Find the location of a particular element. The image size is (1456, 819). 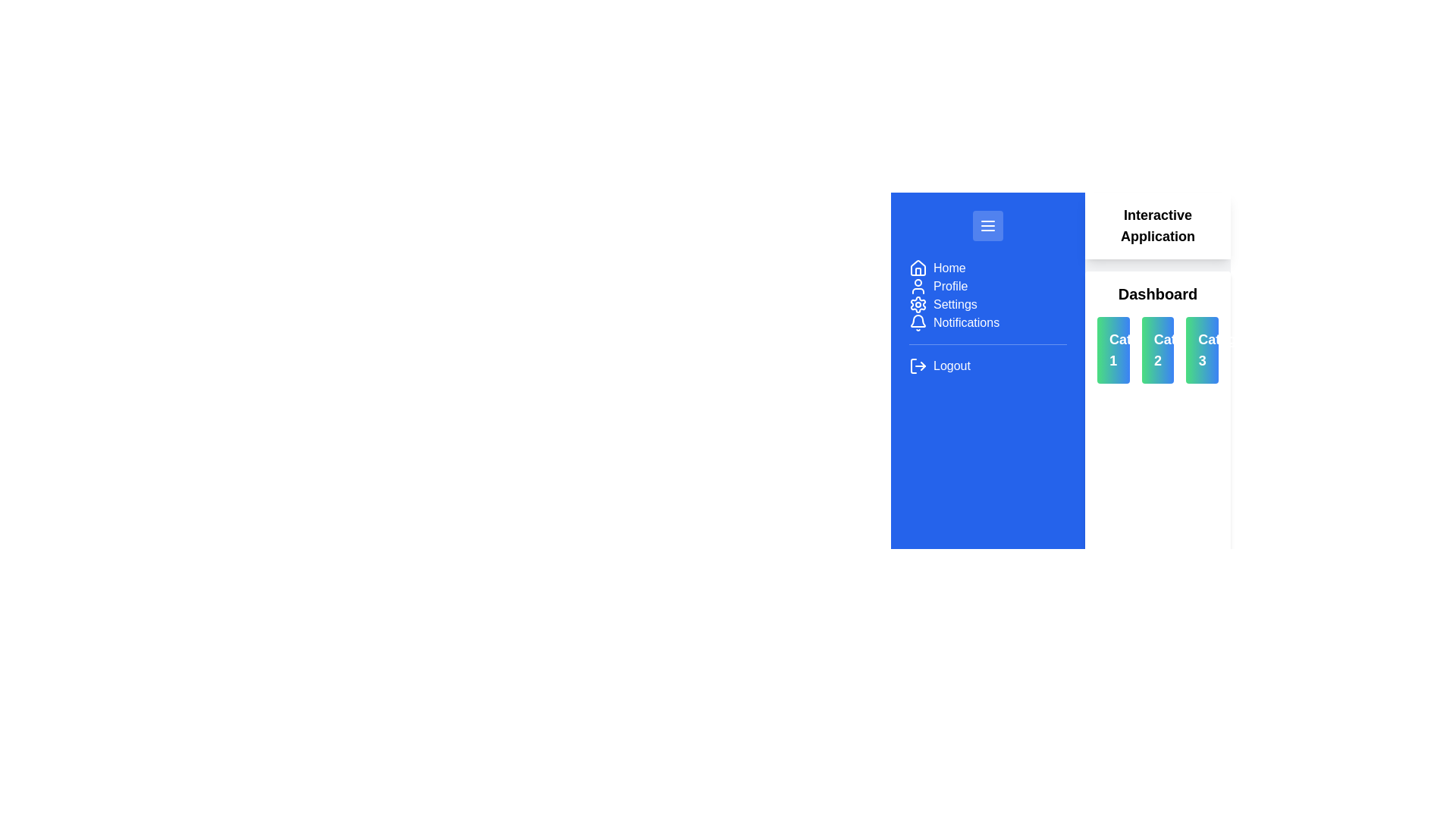

the 'Notifications' menu item in the vertical navigation menu, which features a bell icon and white text on a blue background is located at coordinates (987, 315).